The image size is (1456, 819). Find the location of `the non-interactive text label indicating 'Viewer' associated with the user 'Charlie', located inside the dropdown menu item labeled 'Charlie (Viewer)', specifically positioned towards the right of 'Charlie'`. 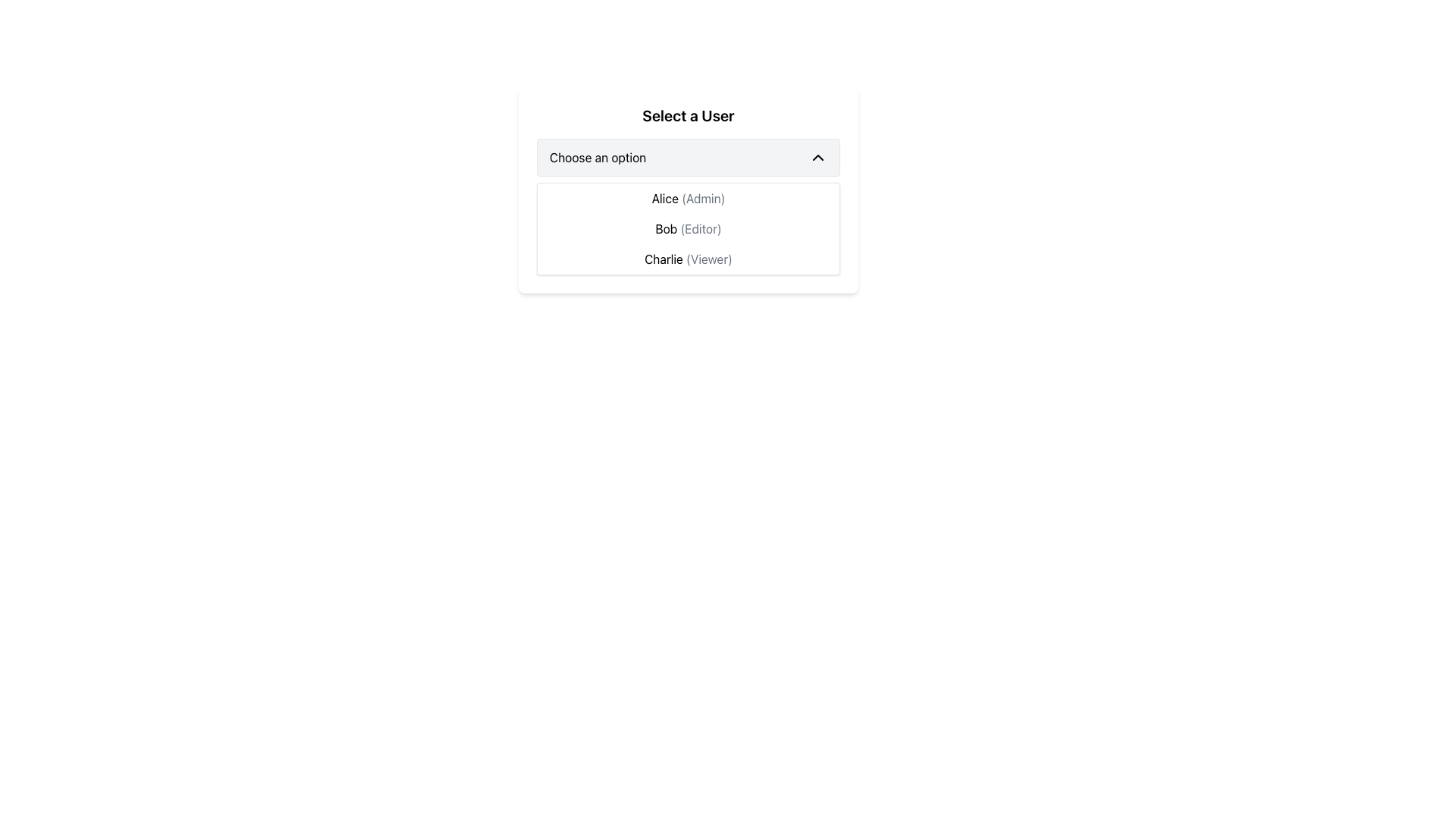

the non-interactive text label indicating 'Viewer' associated with the user 'Charlie', located inside the dropdown menu item labeled 'Charlie (Viewer)', specifically positioned towards the right of 'Charlie' is located at coordinates (708, 259).